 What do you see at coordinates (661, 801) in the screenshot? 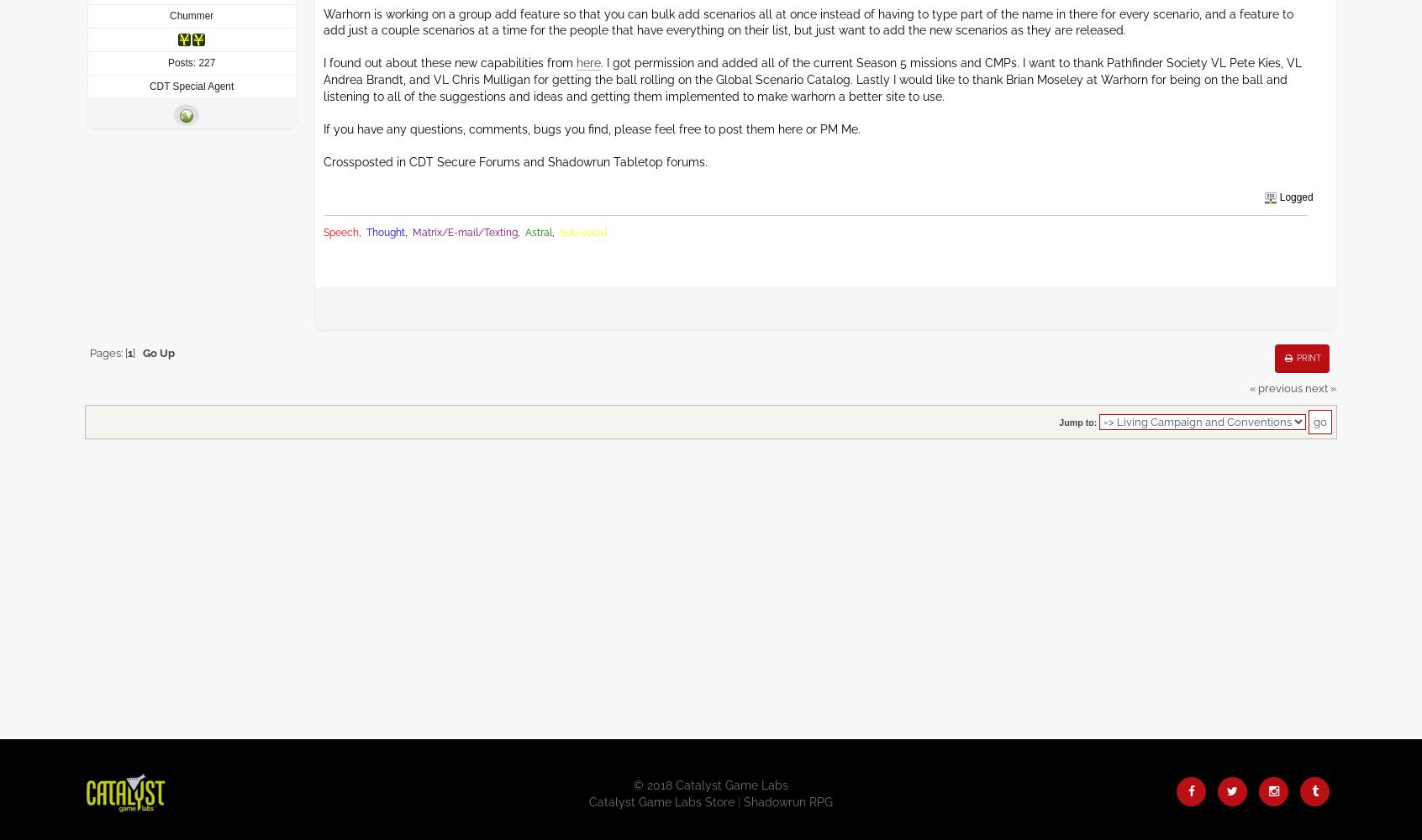
I see `'Catalyst Game Labs Store'` at bounding box center [661, 801].